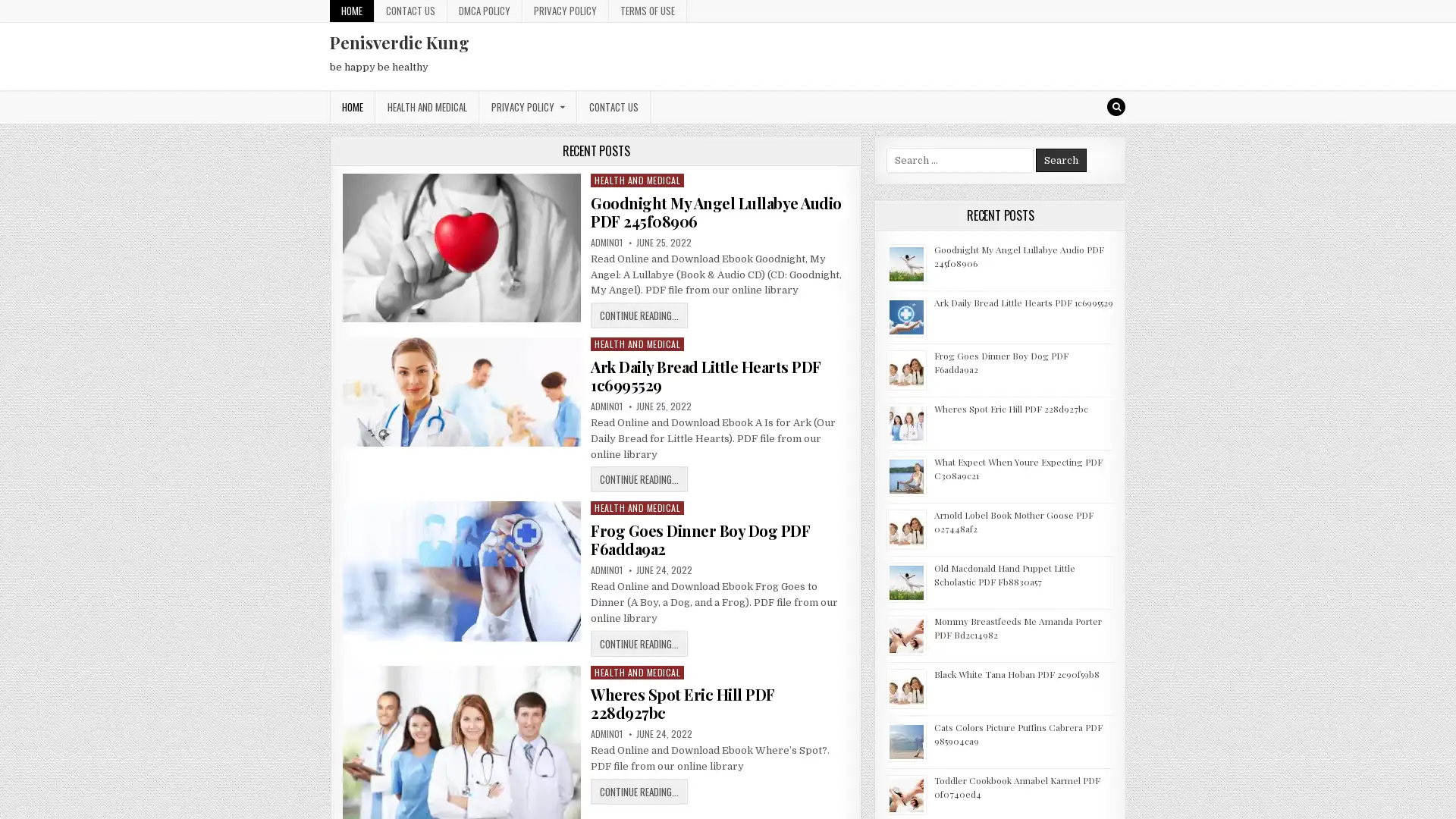 This screenshot has height=819, width=1456. Describe the element at coordinates (1060, 160) in the screenshot. I see `Search` at that location.